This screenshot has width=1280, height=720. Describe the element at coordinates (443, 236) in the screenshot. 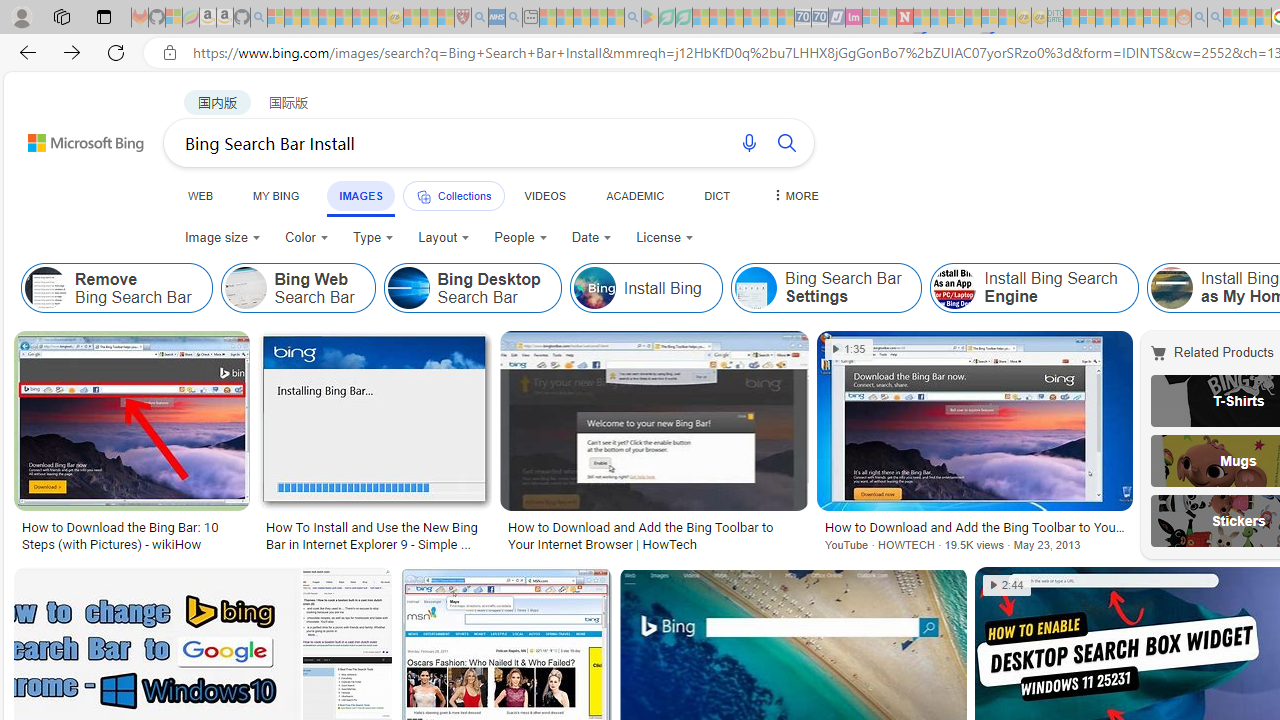

I see `'Layout'` at that location.